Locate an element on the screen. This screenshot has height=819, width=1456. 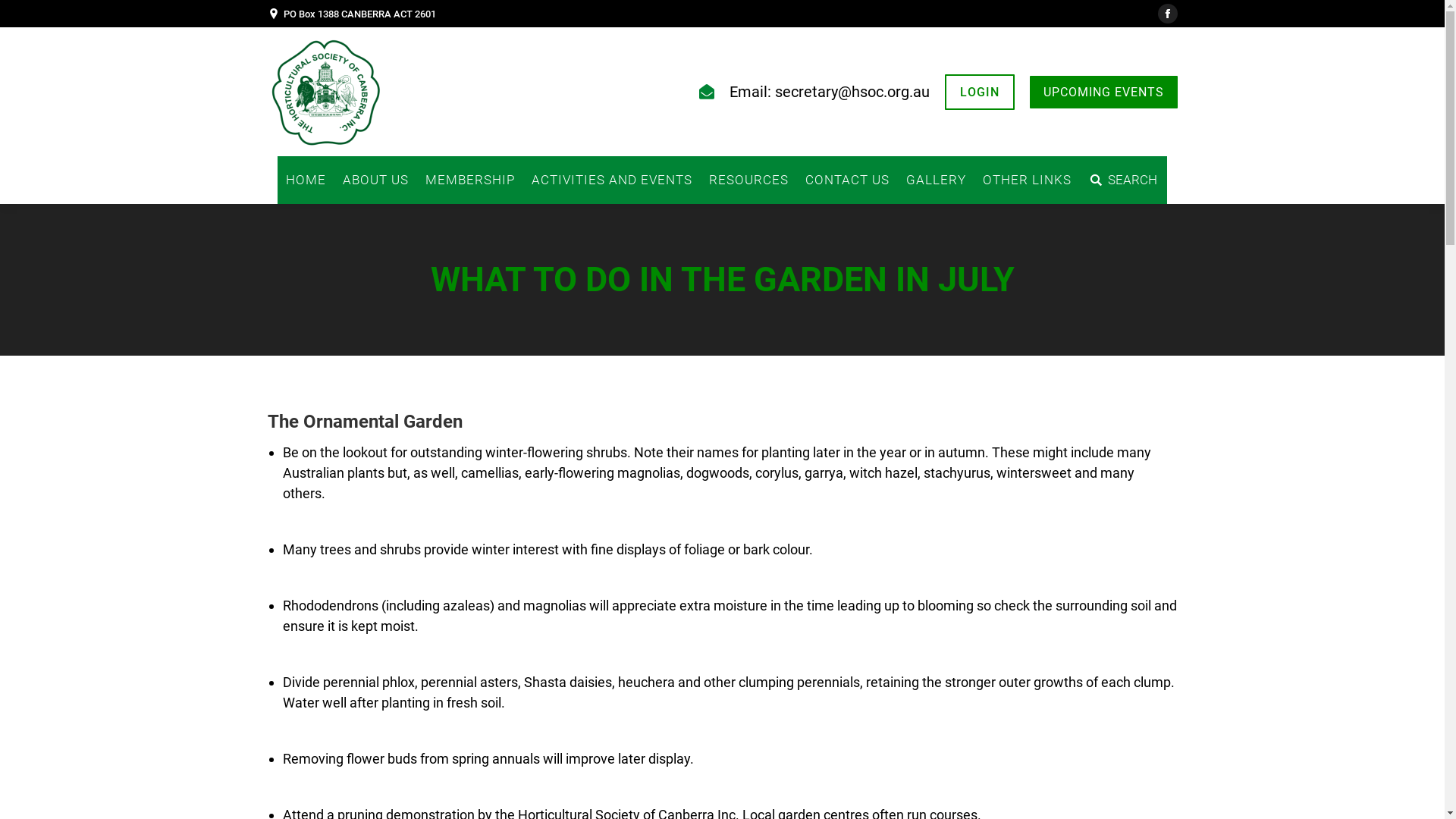
'LOGIN' is located at coordinates (979, 92).